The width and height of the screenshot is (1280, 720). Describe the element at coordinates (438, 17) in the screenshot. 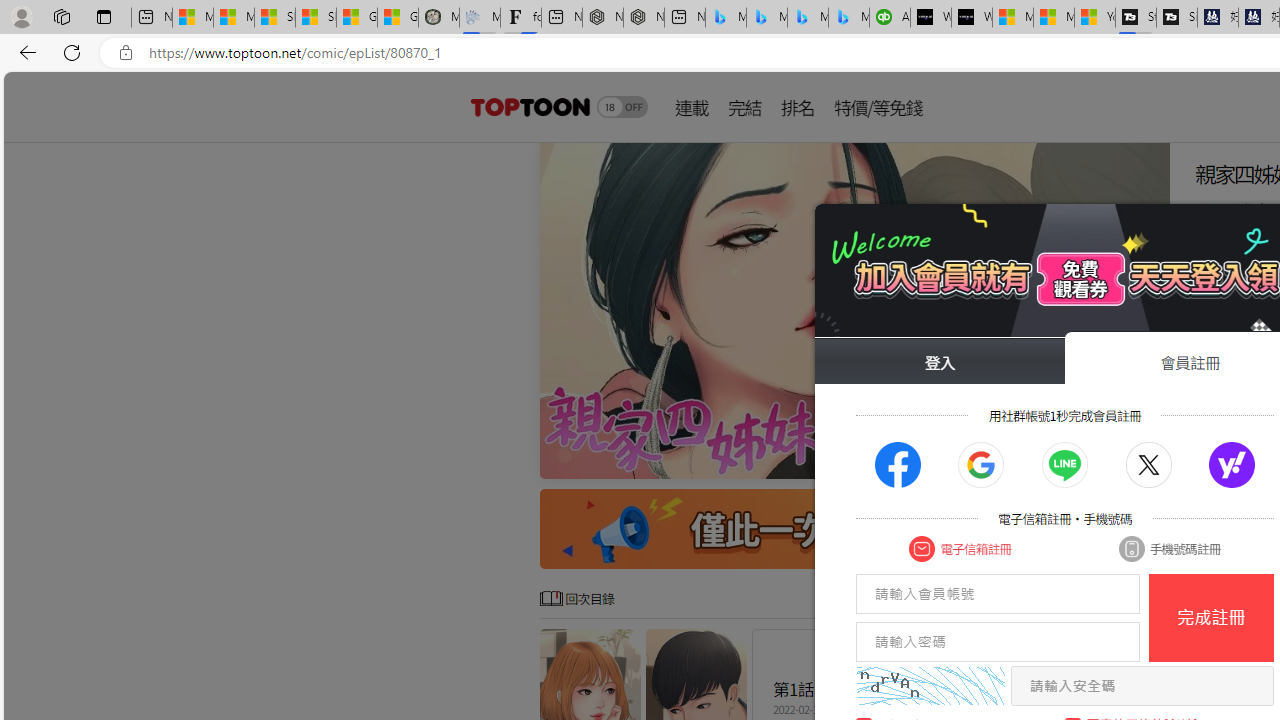

I see `'Manatee Mortality Statistics | FWC'` at that location.